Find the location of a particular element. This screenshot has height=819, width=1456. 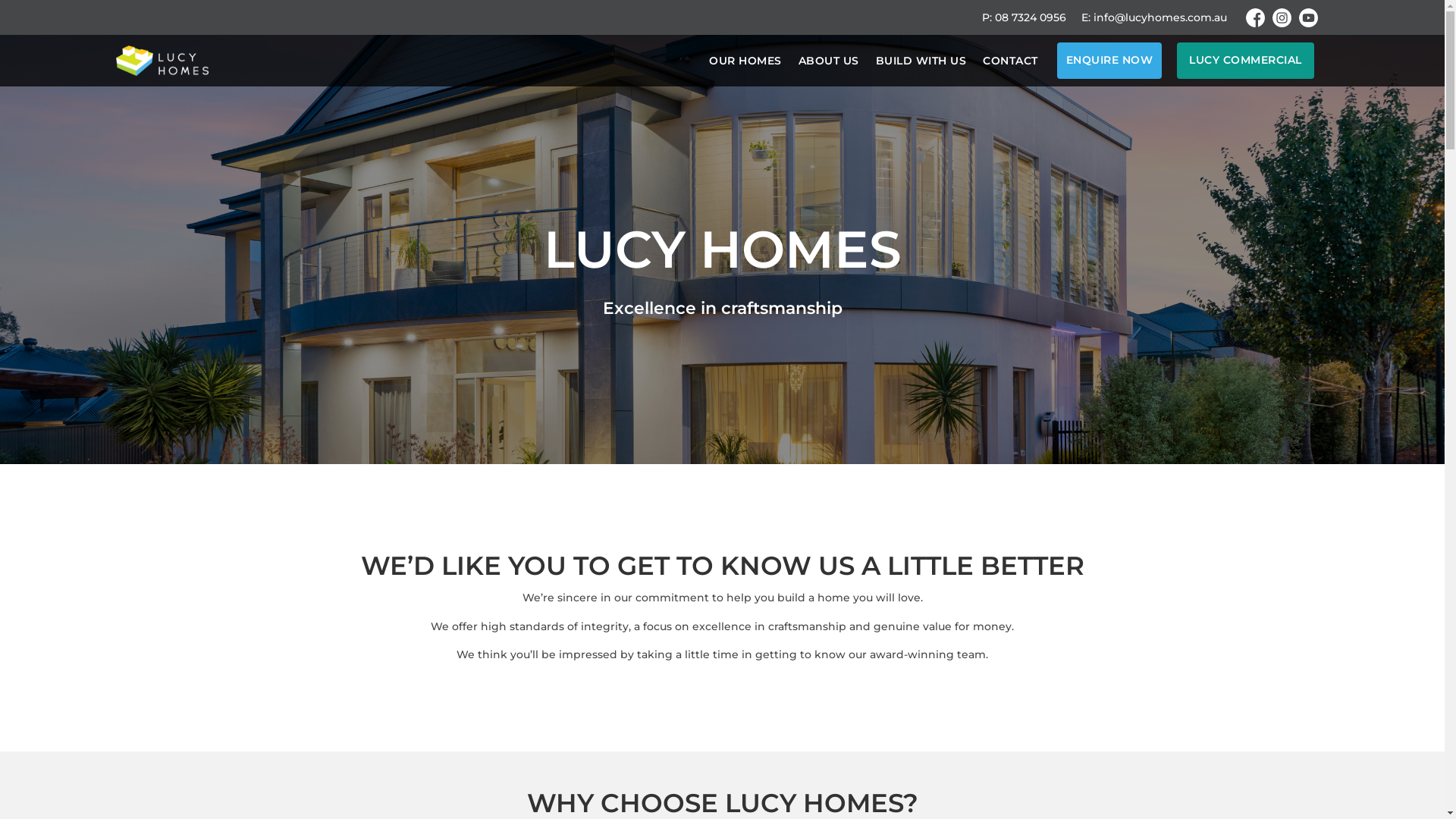

'ABOUT US' is located at coordinates (796, 60).